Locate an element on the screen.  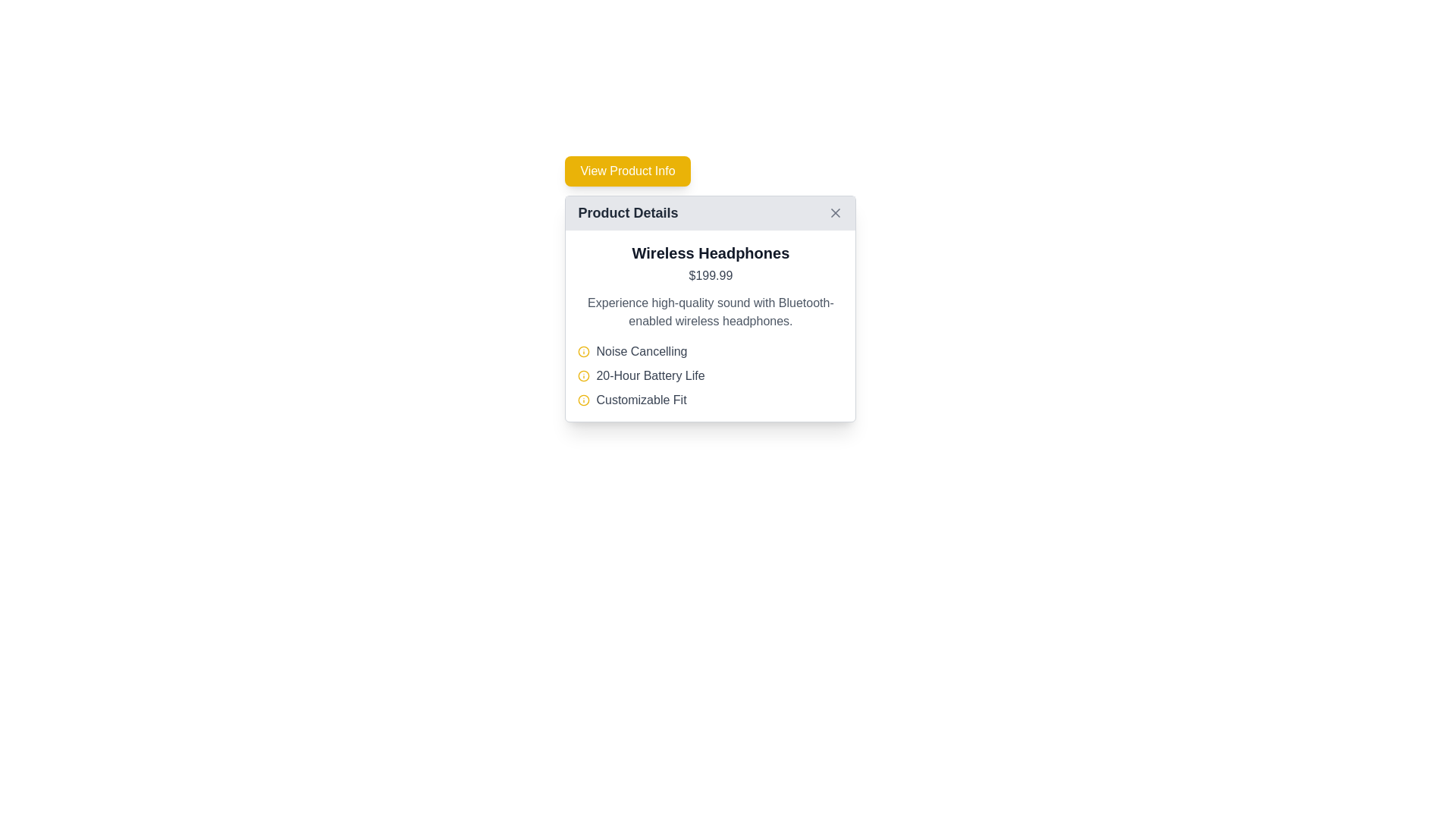
the rectangular button with a yellow background and white text reading 'View Product Info' is located at coordinates (627, 171).